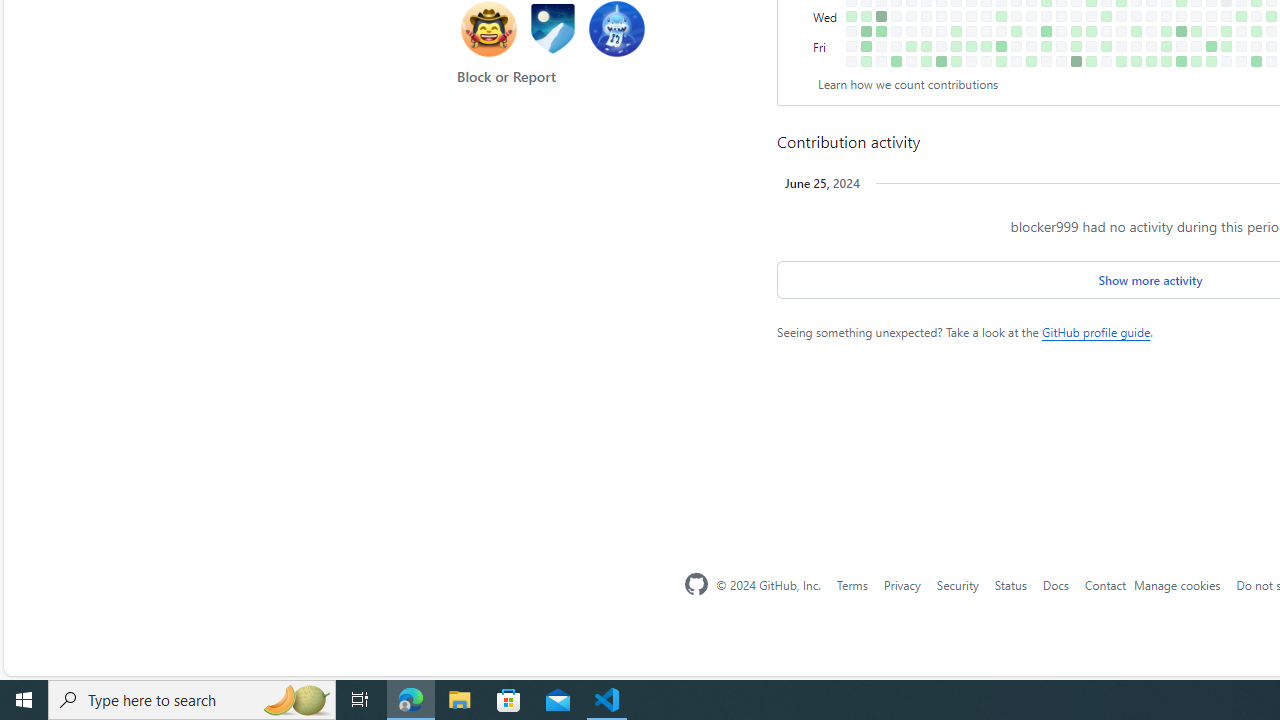 This screenshot has width=1280, height=720. What do you see at coordinates (1031, 45) in the screenshot?
I see `'No contributions on March 29th.'` at bounding box center [1031, 45].